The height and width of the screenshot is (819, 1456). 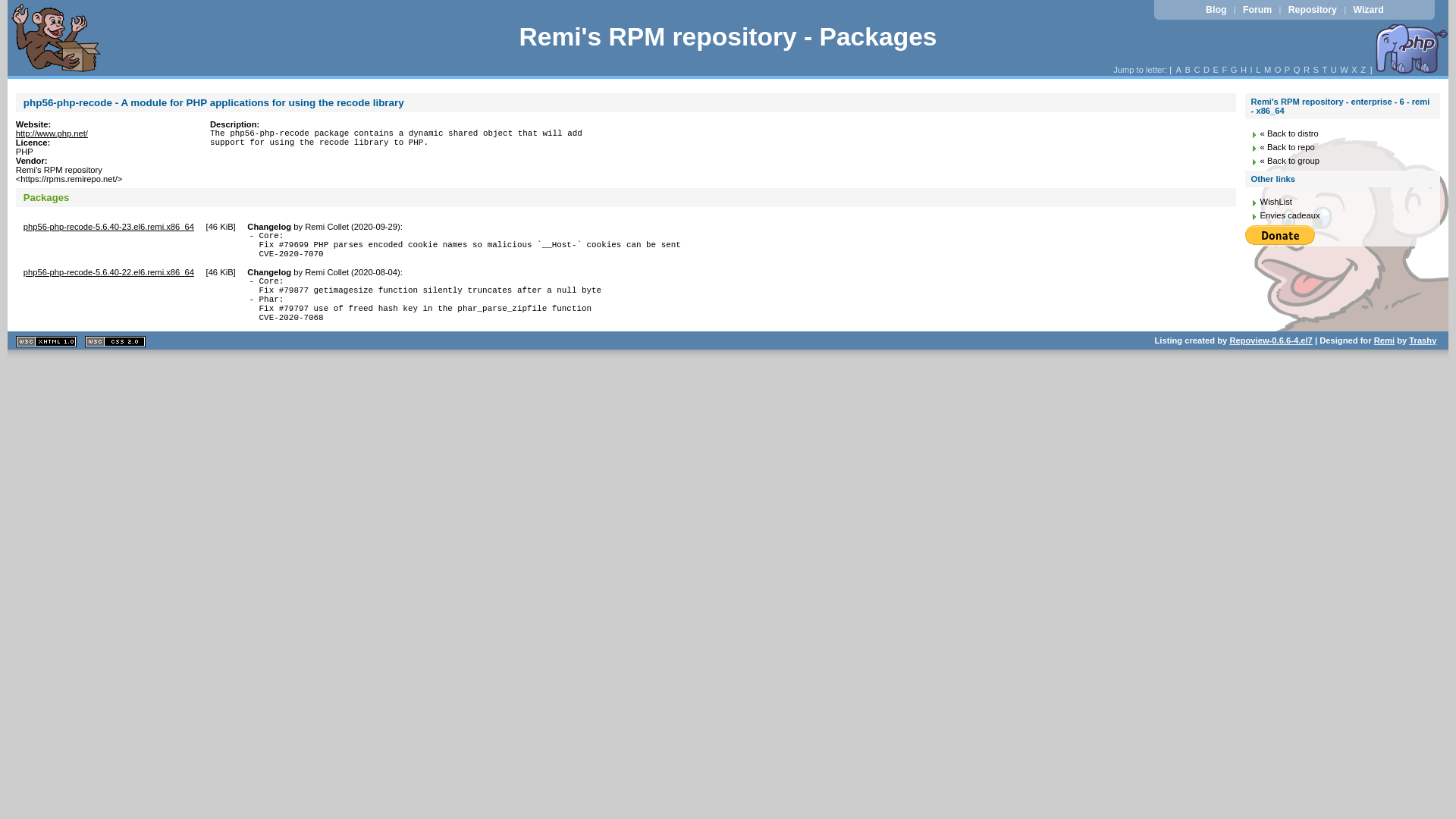 I want to click on 'Repository', so click(x=1282, y=9).